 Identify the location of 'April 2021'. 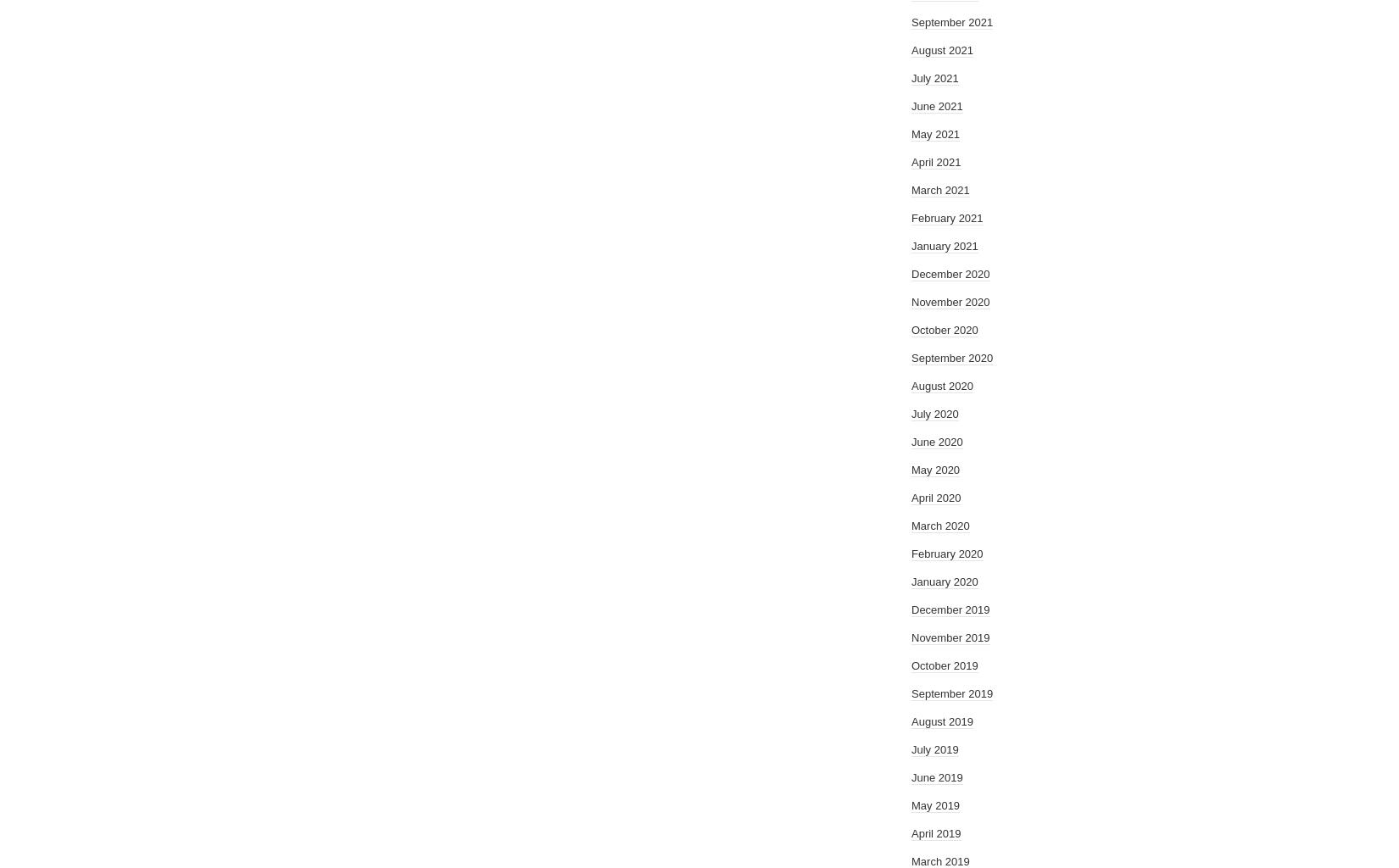
(936, 162).